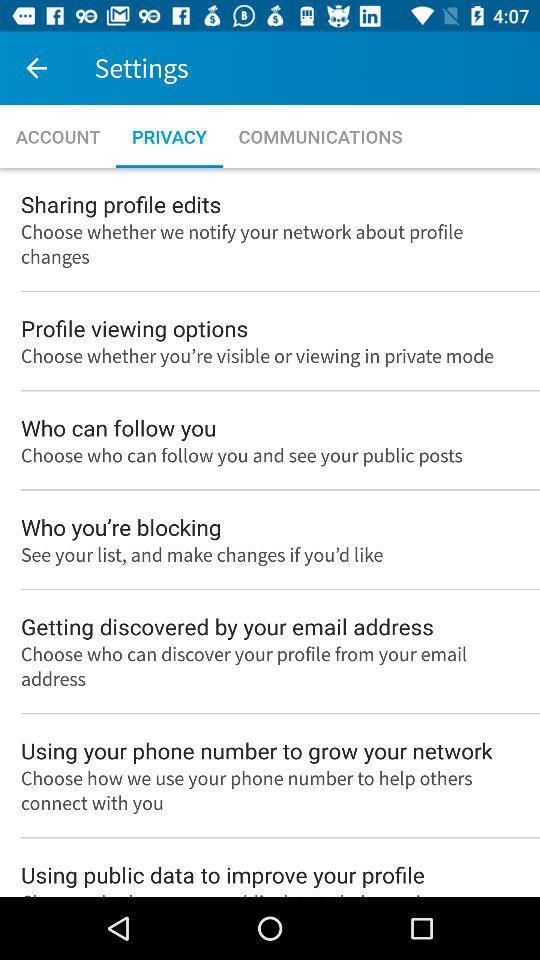 The height and width of the screenshot is (960, 540). What do you see at coordinates (36, 68) in the screenshot?
I see `icon above the account` at bounding box center [36, 68].